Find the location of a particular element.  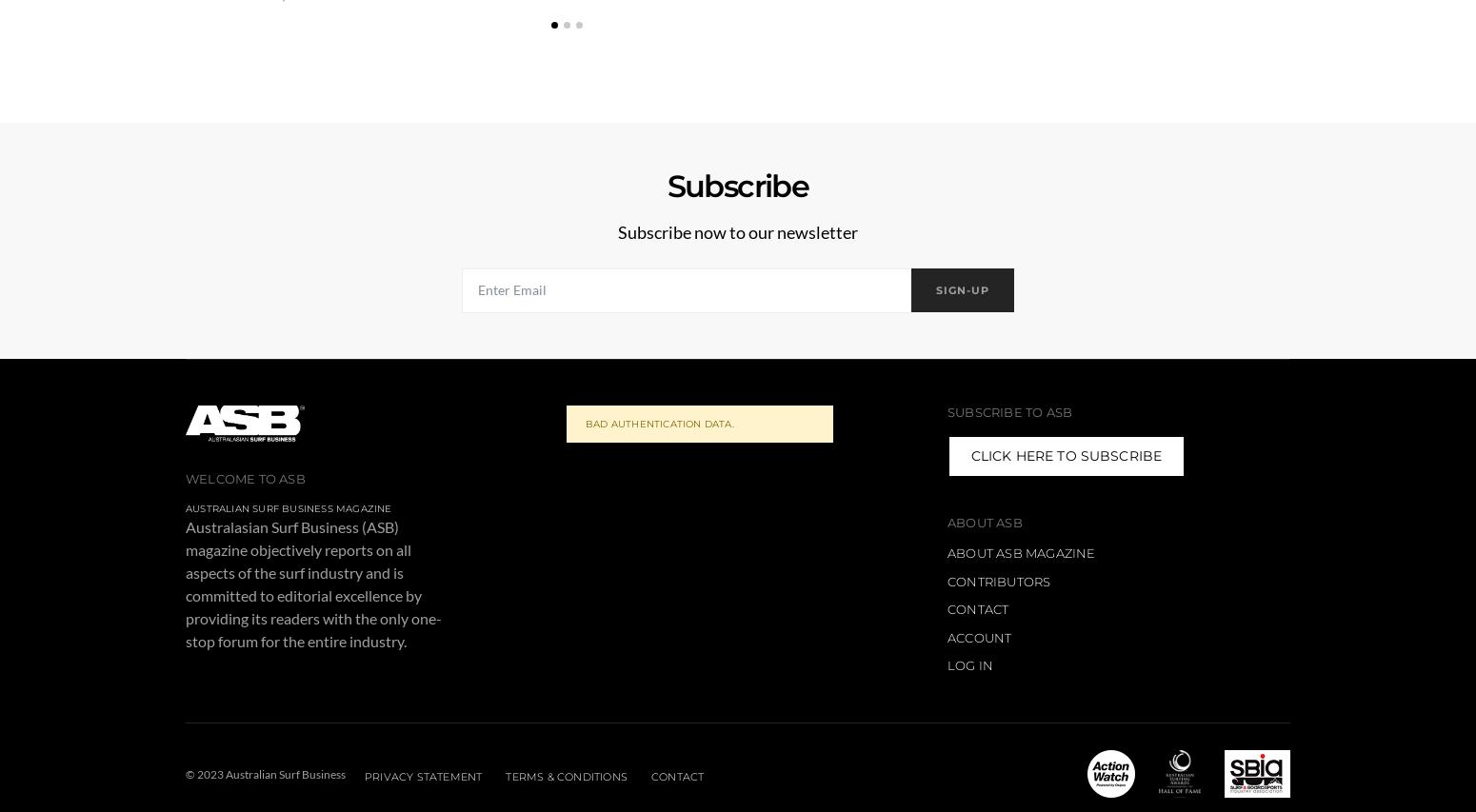

'Terms & Conditions' is located at coordinates (567, 775).